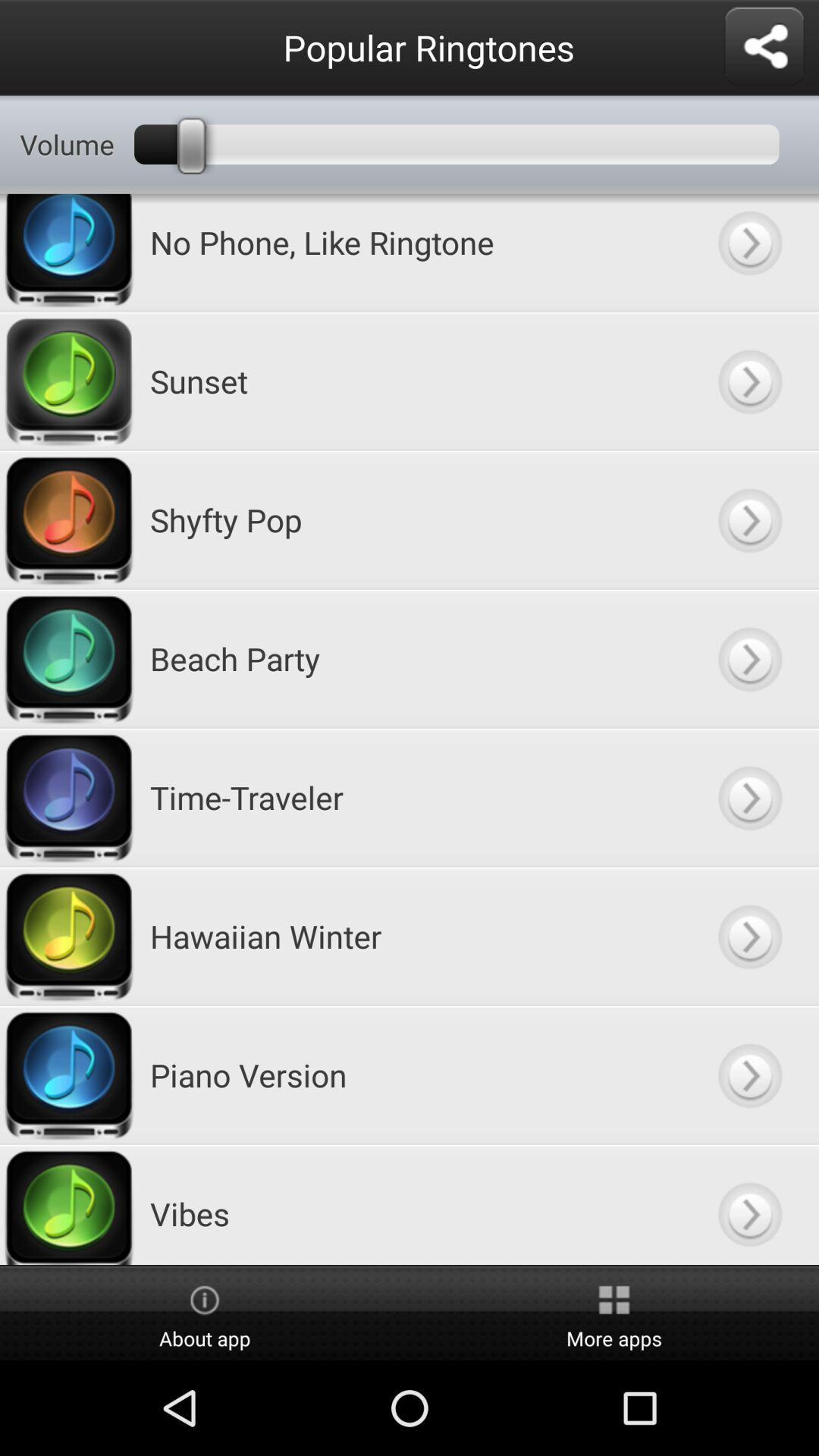  What do you see at coordinates (748, 658) in the screenshot?
I see `play` at bounding box center [748, 658].